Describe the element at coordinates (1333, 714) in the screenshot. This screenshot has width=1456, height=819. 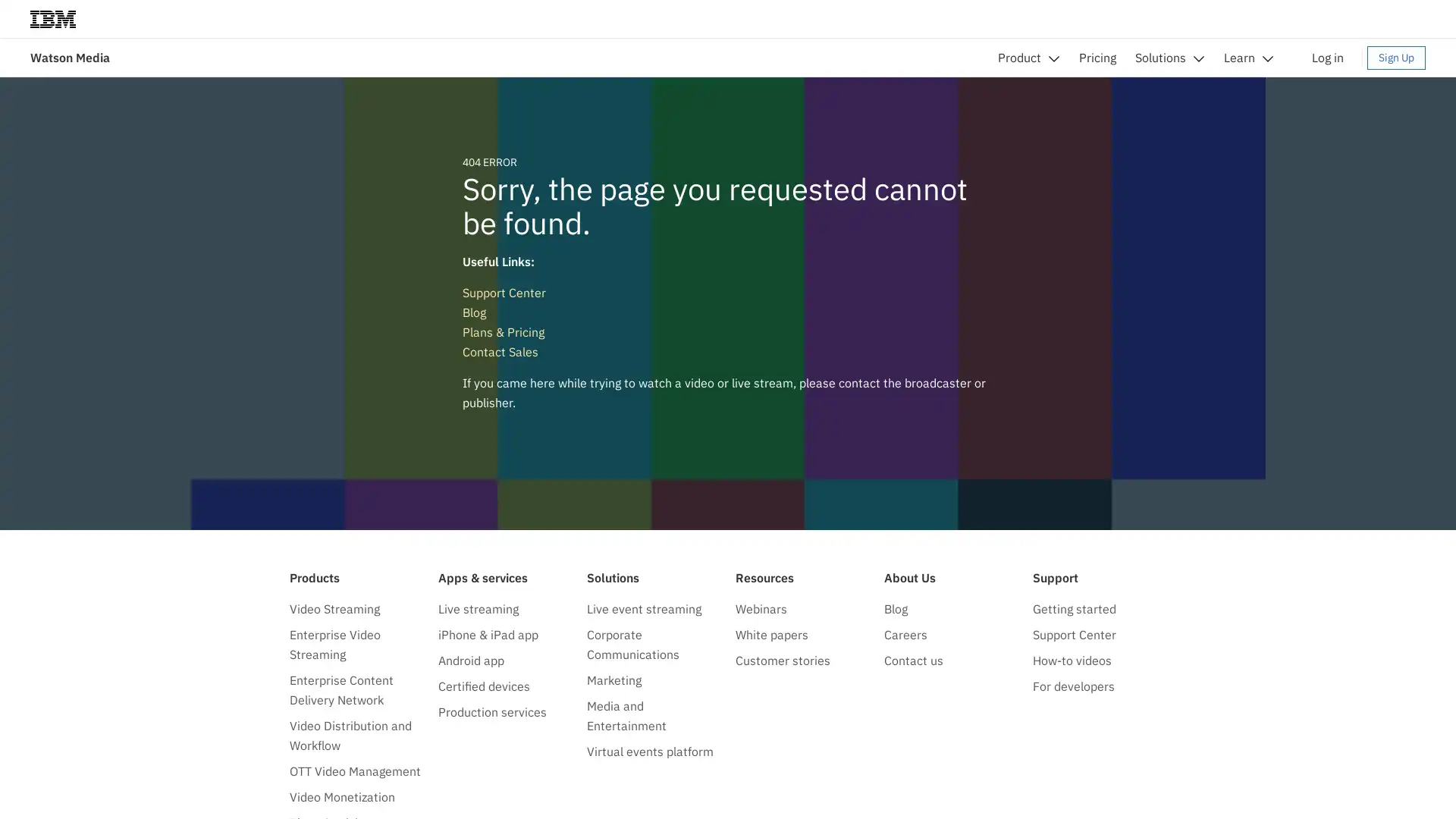
I see `Accept all` at that location.